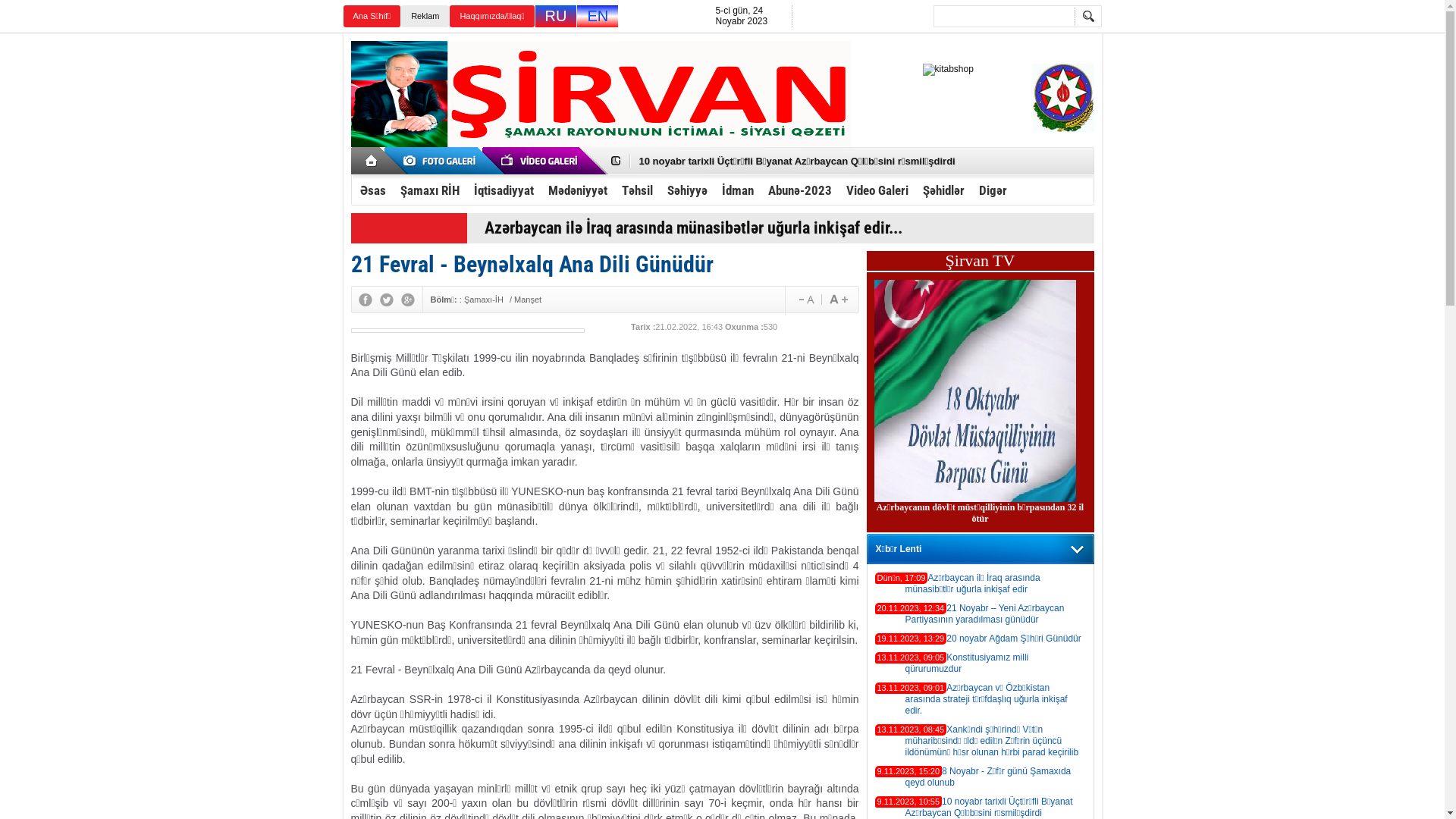  I want to click on 'EN', so click(596, 16).